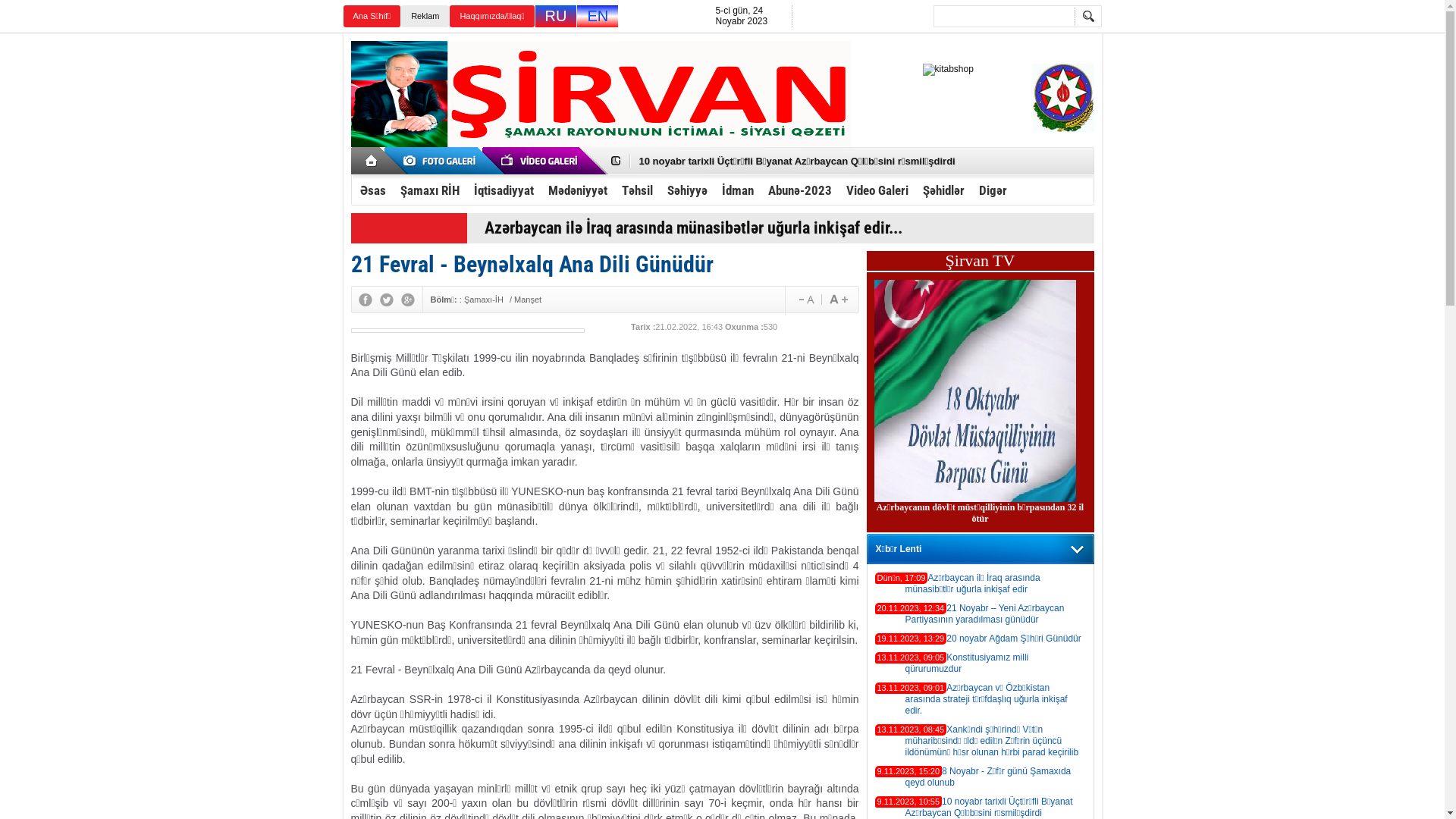  I want to click on 'EN', so click(596, 16).